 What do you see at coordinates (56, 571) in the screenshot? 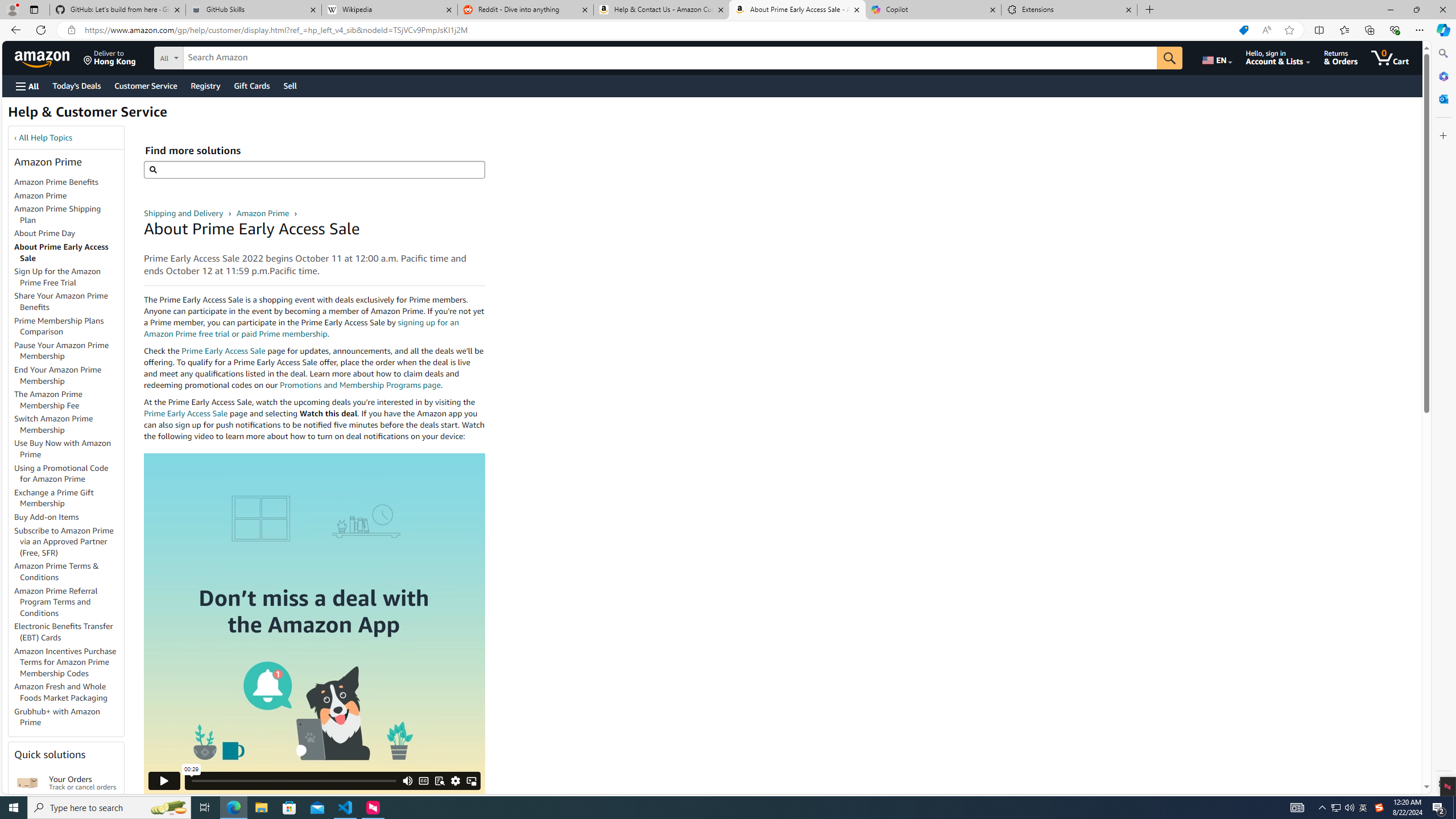
I see `'Amazon Prime Terms & Conditions'` at bounding box center [56, 571].